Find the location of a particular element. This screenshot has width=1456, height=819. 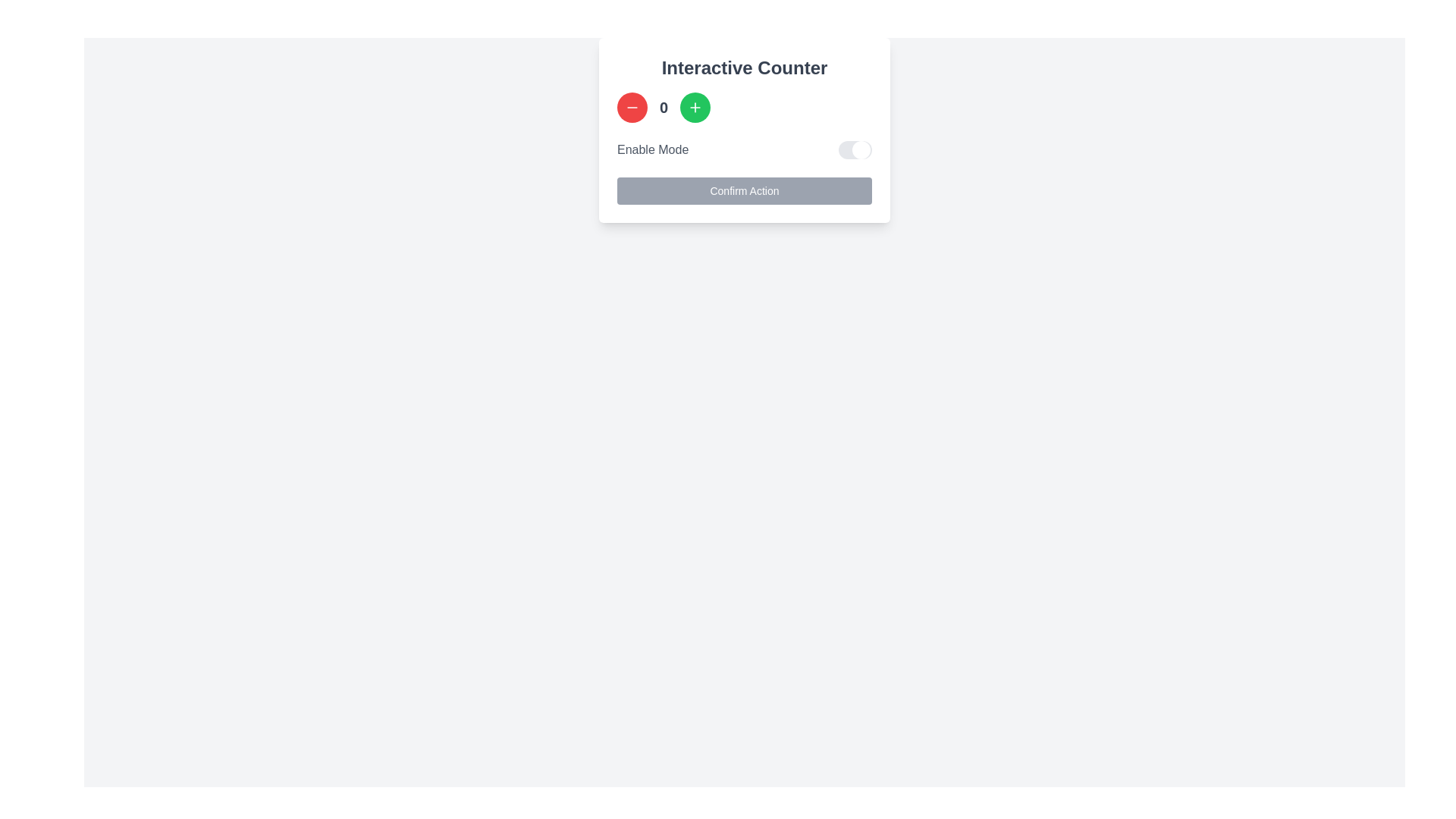

the 'Interactive Counter' heading text is located at coordinates (745, 67).